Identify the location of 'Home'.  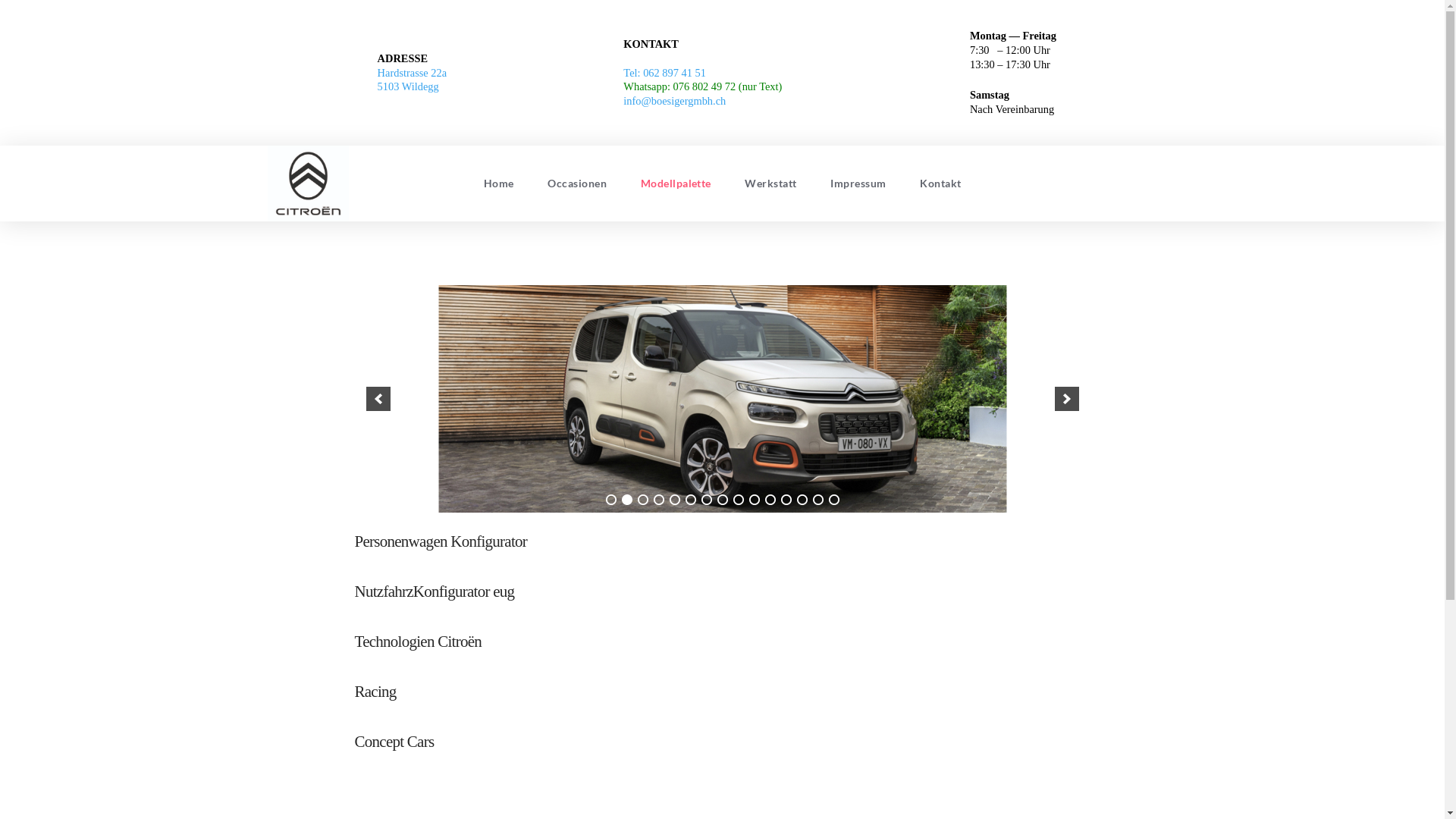
(498, 183).